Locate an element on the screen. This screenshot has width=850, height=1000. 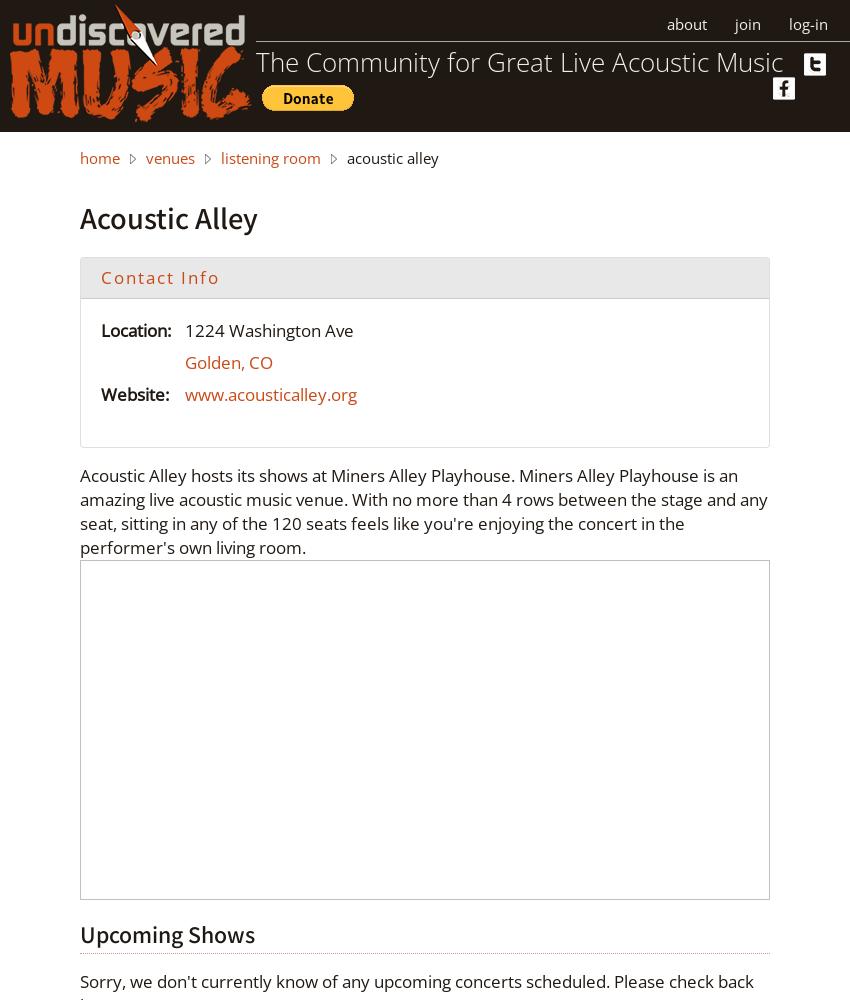
'Upcoming Shows' is located at coordinates (167, 933).